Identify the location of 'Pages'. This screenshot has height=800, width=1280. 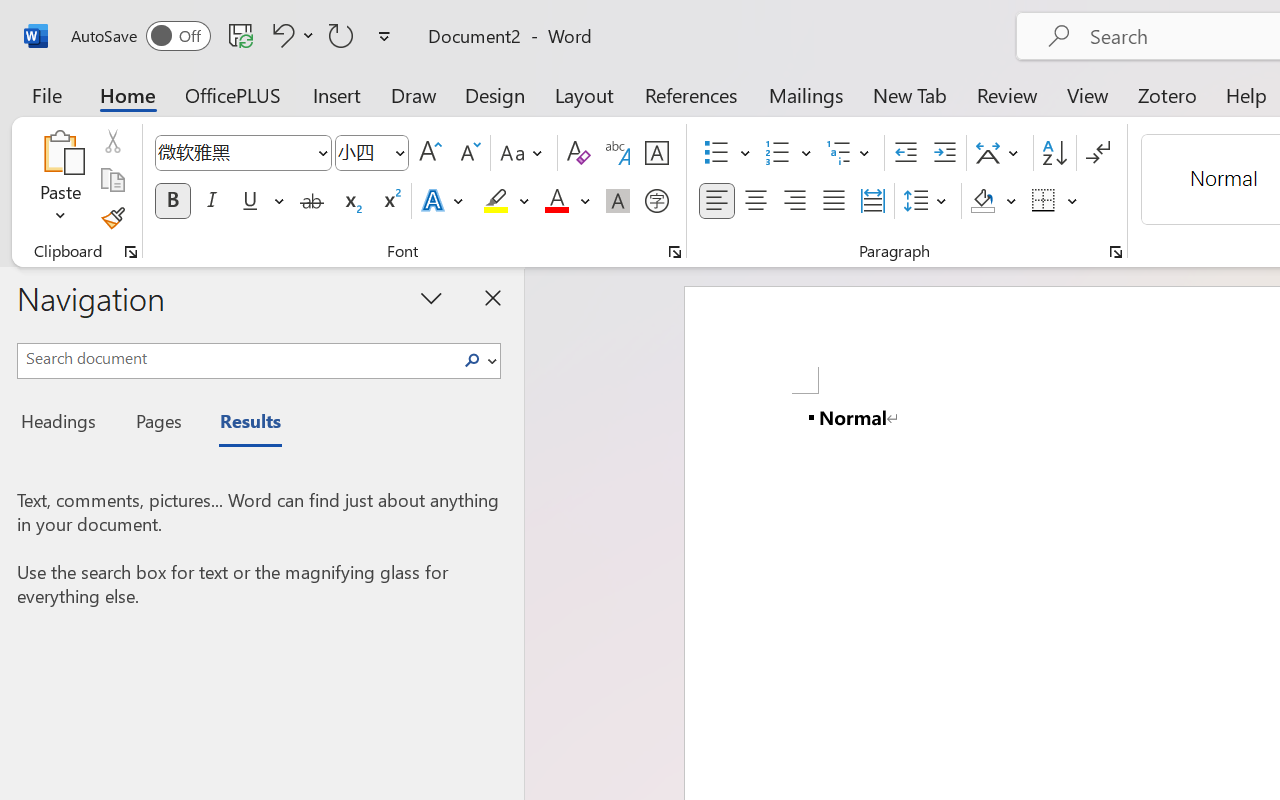
(155, 424).